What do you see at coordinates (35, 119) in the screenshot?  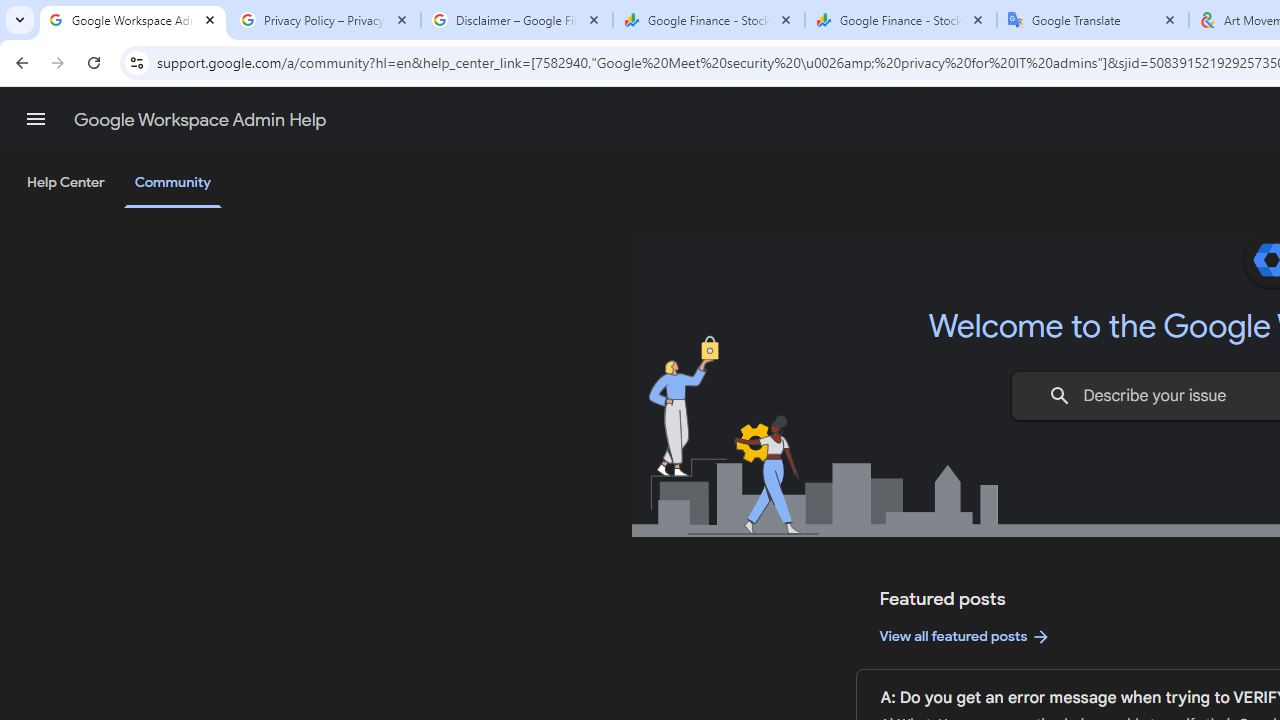 I see `'Main menu'` at bounding box center [35, 119].